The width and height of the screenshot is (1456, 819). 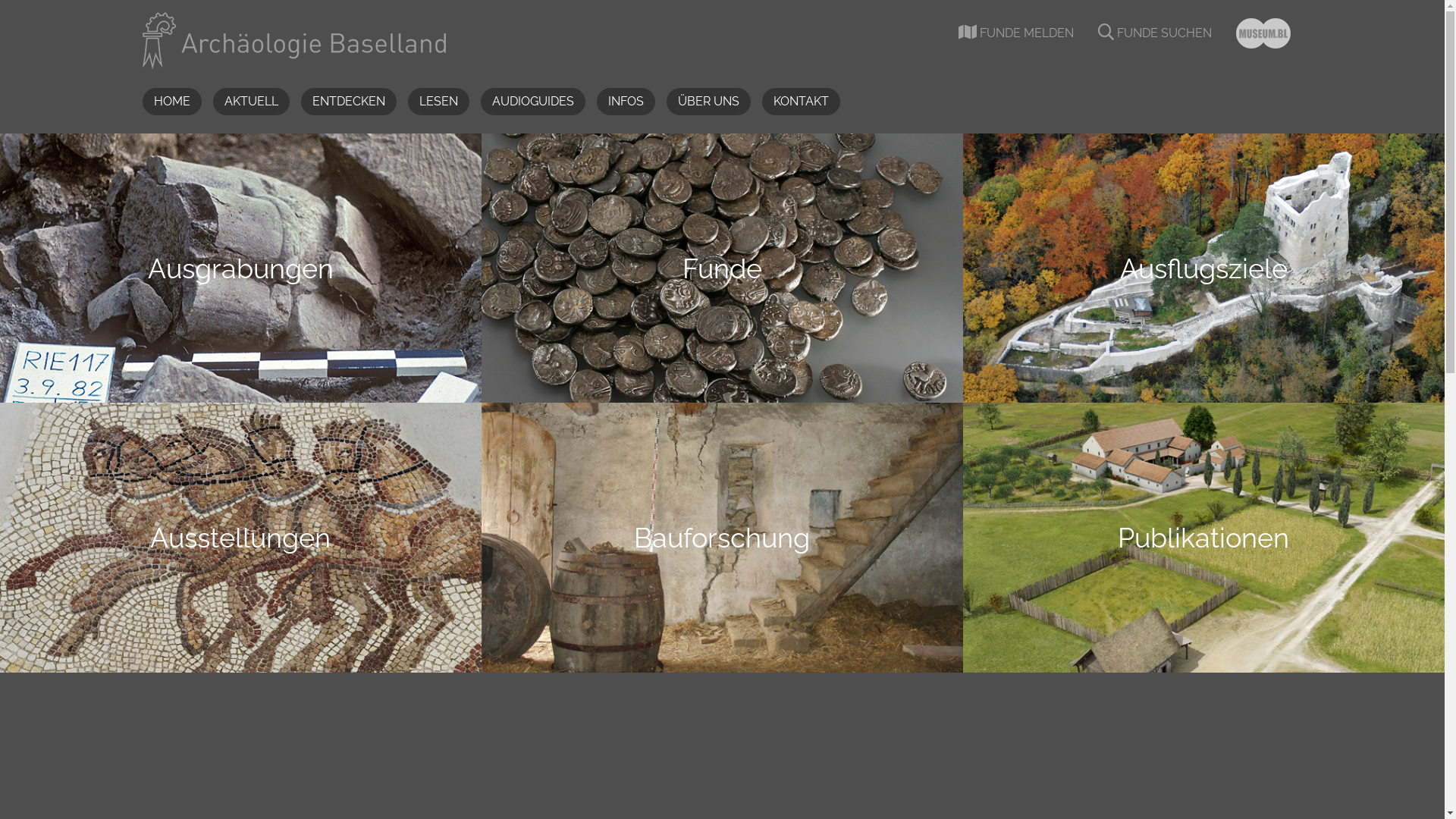 I want to click on 'AKTUELL', so click(x=250, y=102).